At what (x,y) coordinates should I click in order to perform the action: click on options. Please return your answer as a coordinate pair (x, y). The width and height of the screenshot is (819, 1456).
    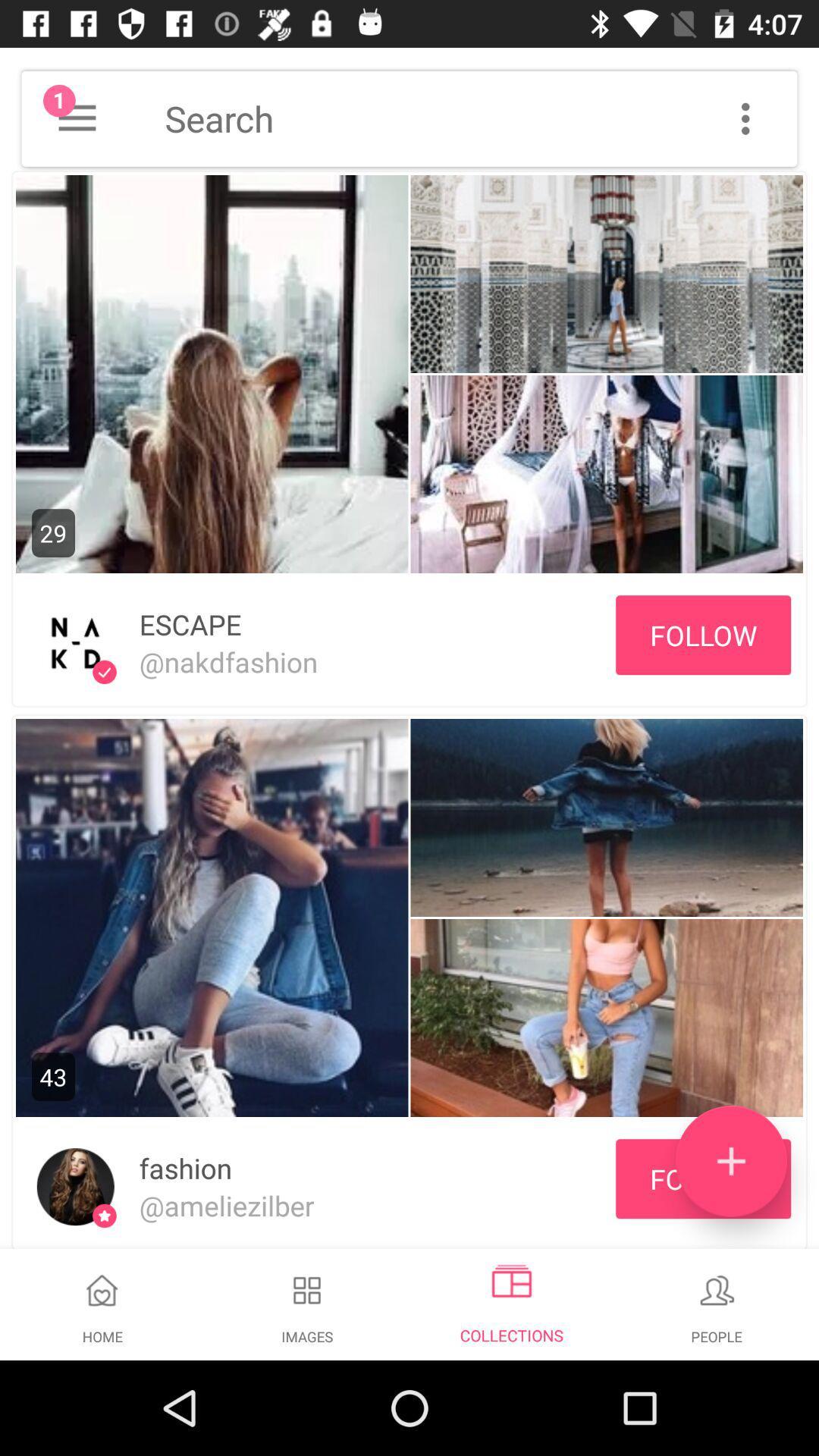
    Looking at the image, I should click on (745, 118).